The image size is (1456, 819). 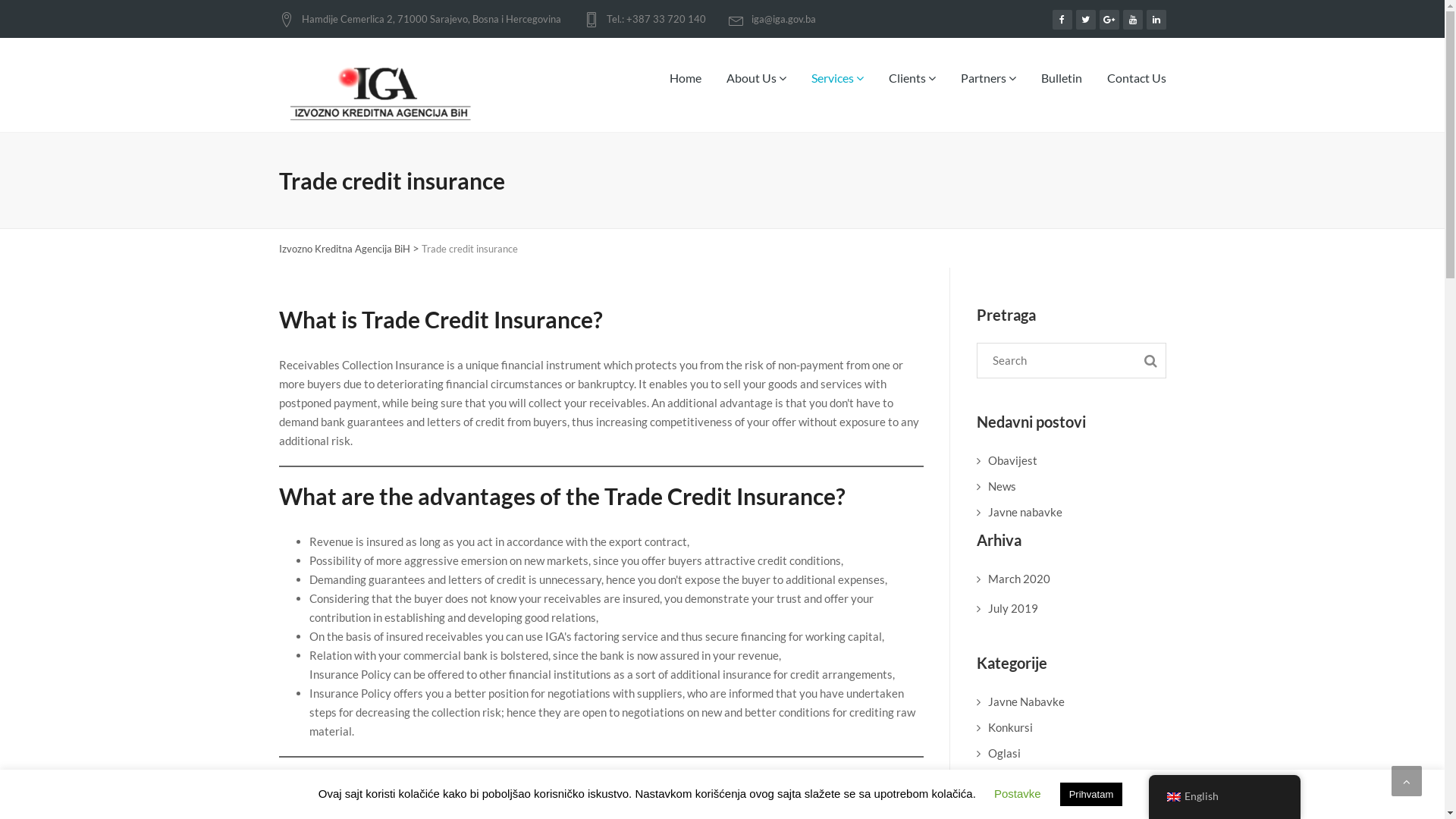 I want to click on 'Javne Nabavke', so click(x=1025, y=701).